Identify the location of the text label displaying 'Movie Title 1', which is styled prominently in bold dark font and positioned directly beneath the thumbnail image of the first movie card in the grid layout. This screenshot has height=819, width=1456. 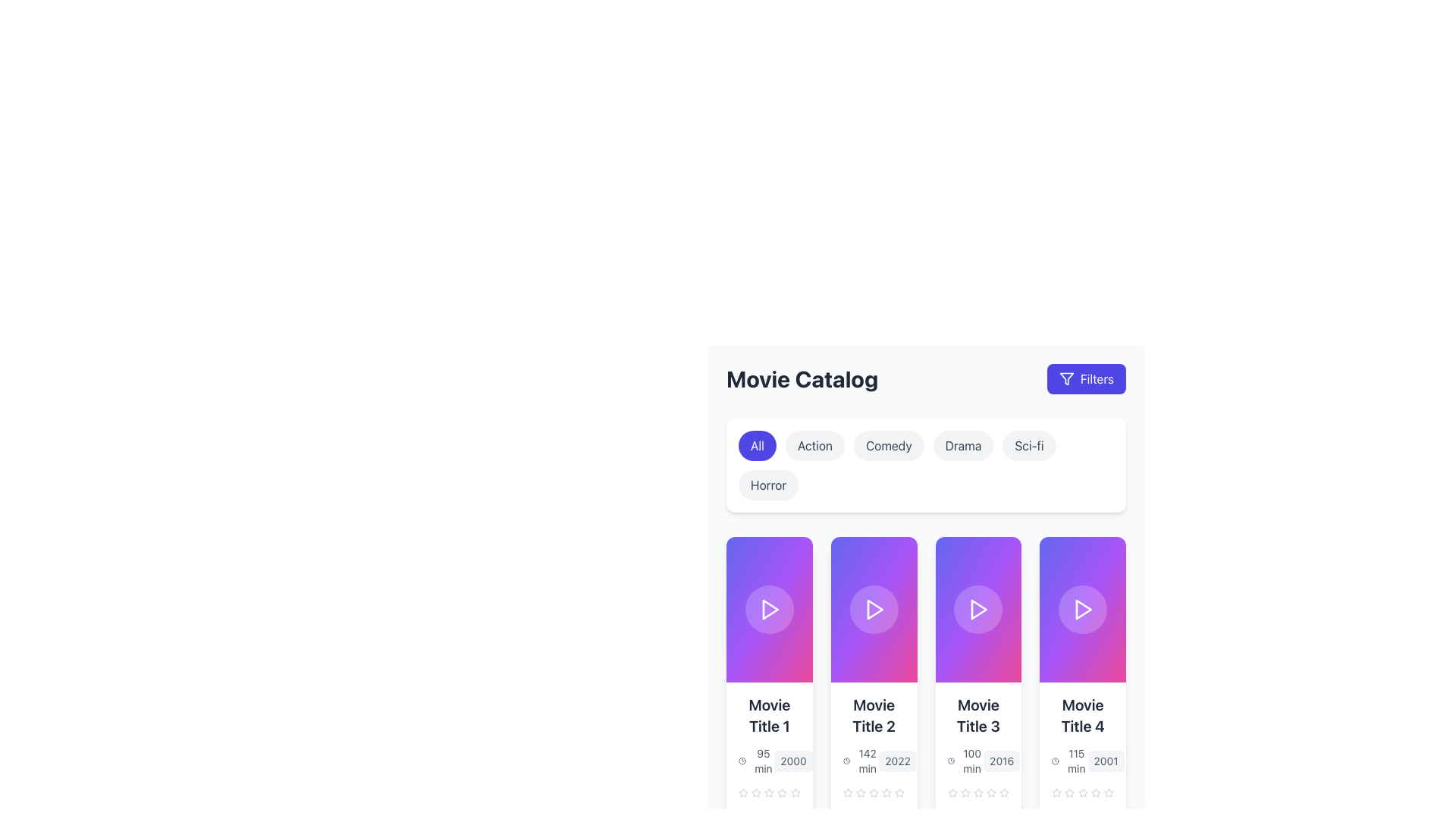
(769, 716).